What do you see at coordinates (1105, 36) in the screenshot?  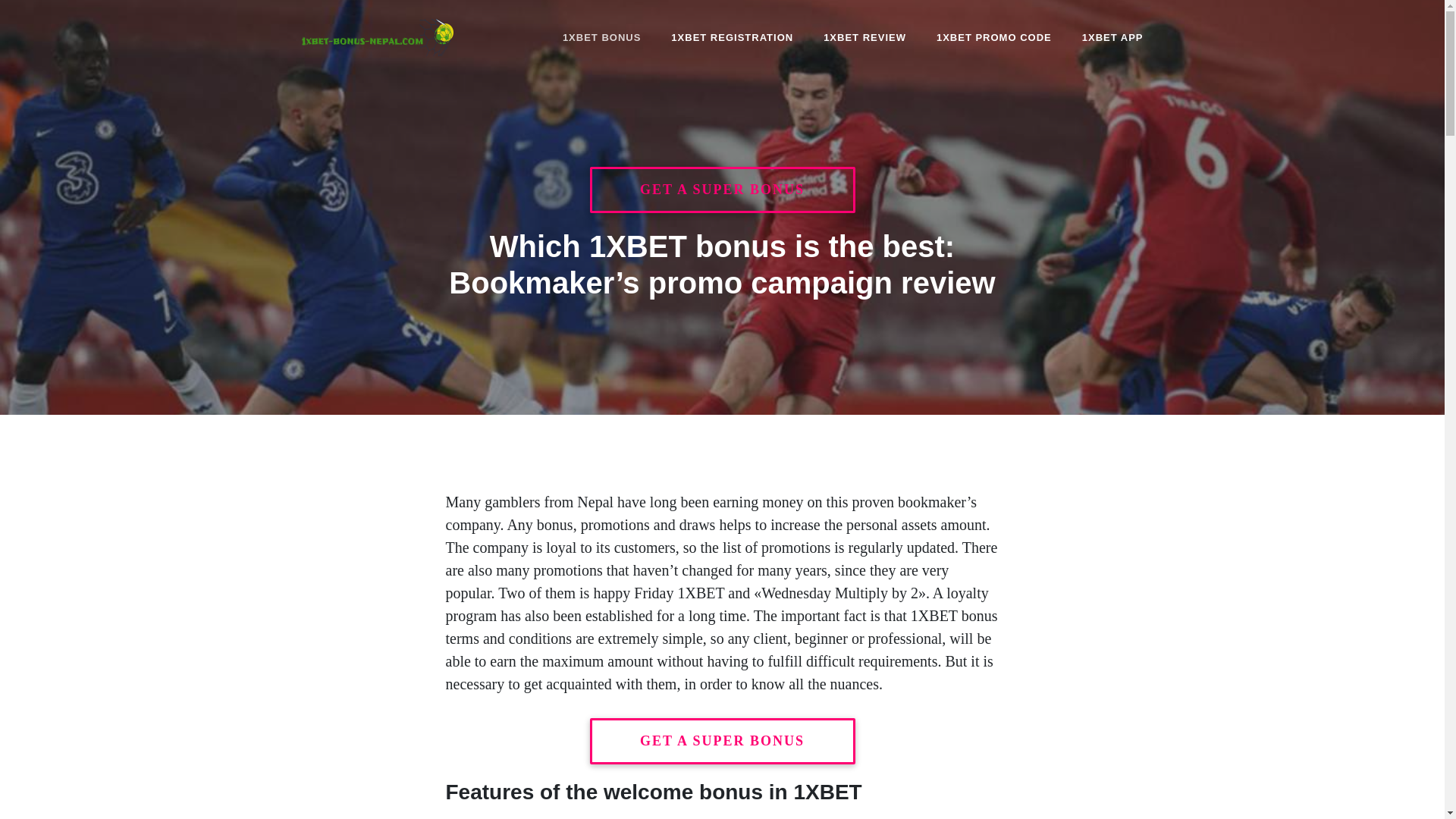 I see `'1XBET APP'` at bounding box center [1105, 36].